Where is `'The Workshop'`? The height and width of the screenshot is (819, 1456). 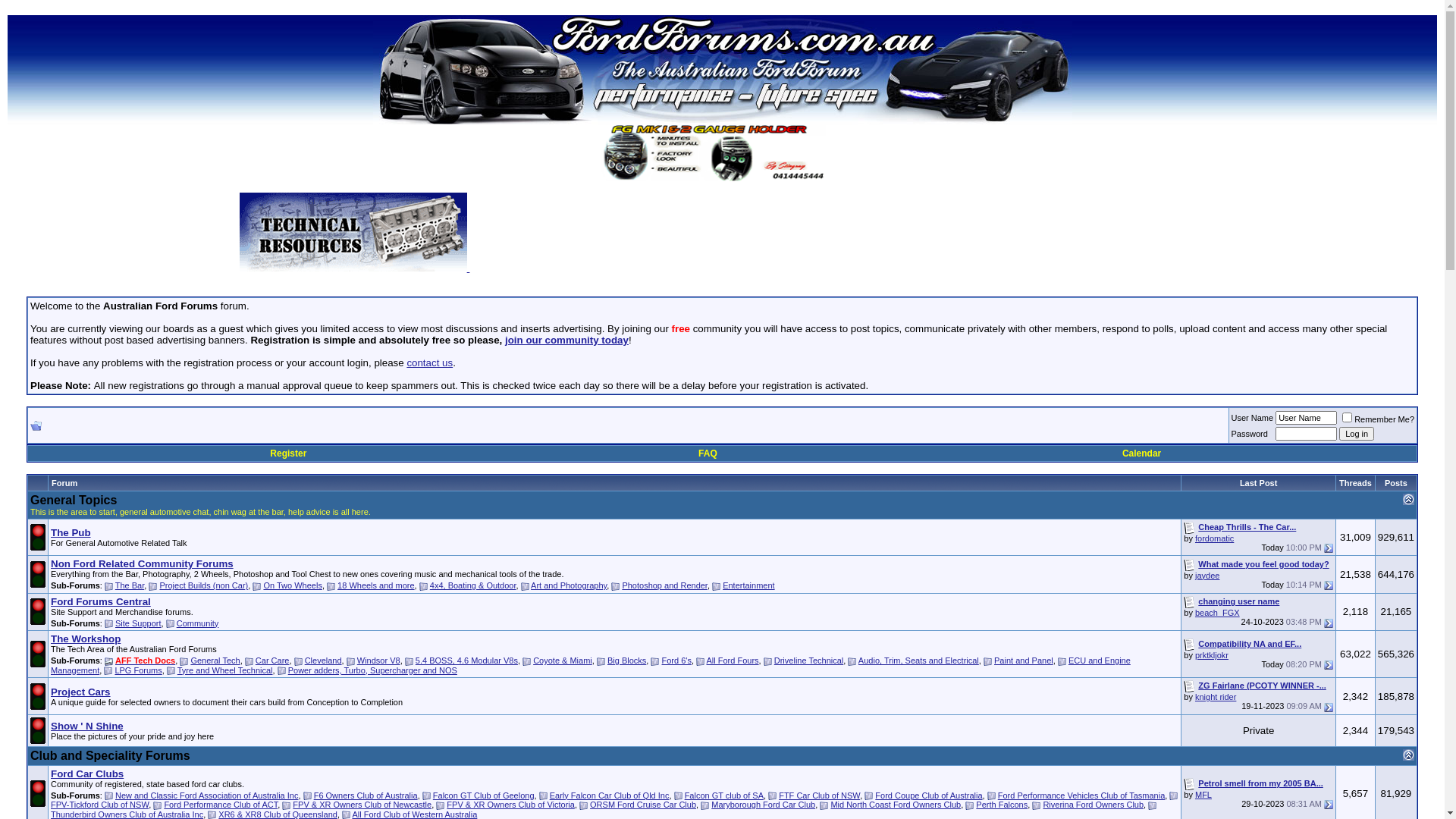 'The Workshop' is located at coordinates (85, 639).